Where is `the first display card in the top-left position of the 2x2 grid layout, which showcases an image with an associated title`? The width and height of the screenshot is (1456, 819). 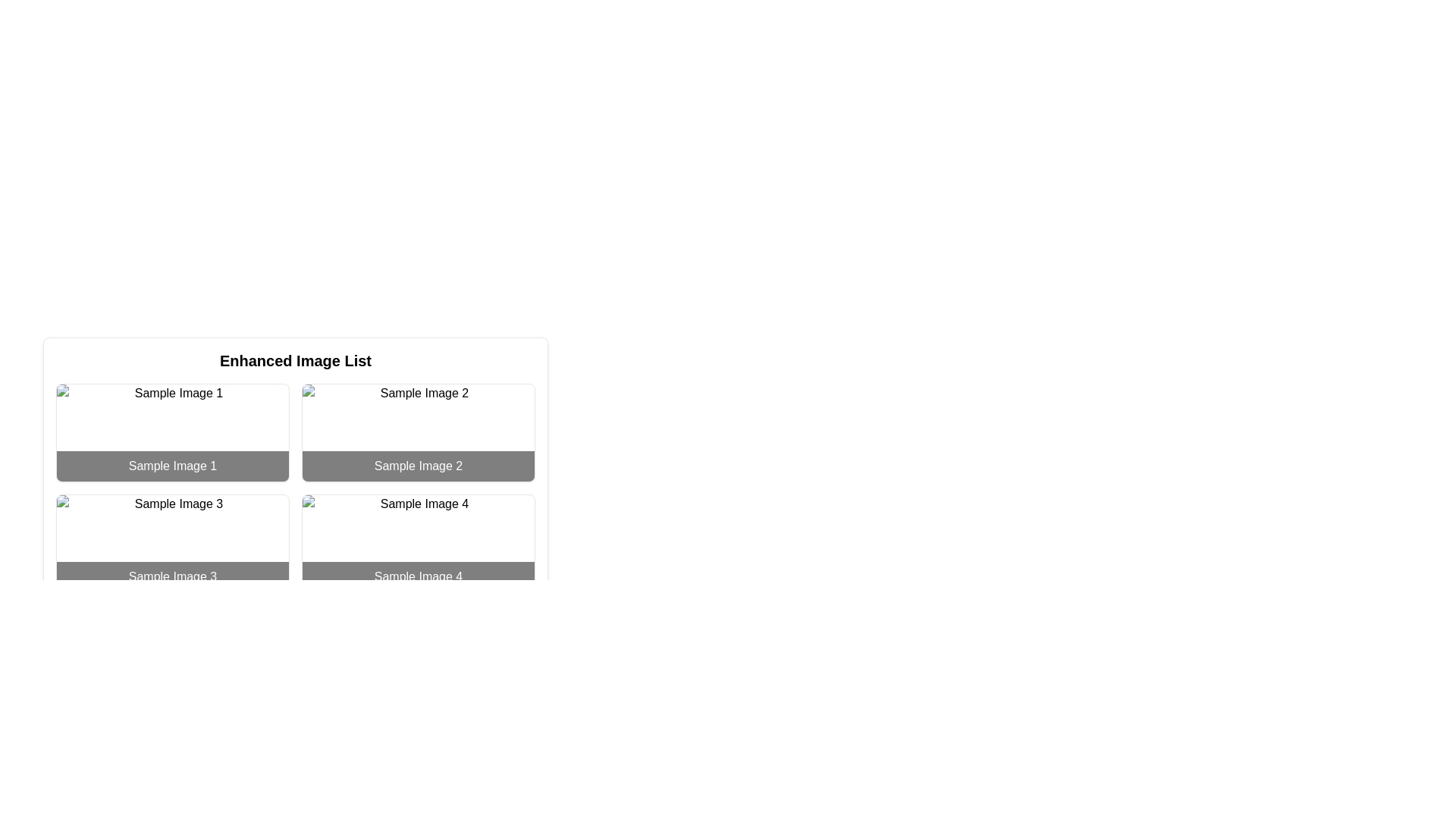
the first display card in the top-left position of the 2x2 grid layout, which showcases an image with an associated title is located at coordinates (172, 432).